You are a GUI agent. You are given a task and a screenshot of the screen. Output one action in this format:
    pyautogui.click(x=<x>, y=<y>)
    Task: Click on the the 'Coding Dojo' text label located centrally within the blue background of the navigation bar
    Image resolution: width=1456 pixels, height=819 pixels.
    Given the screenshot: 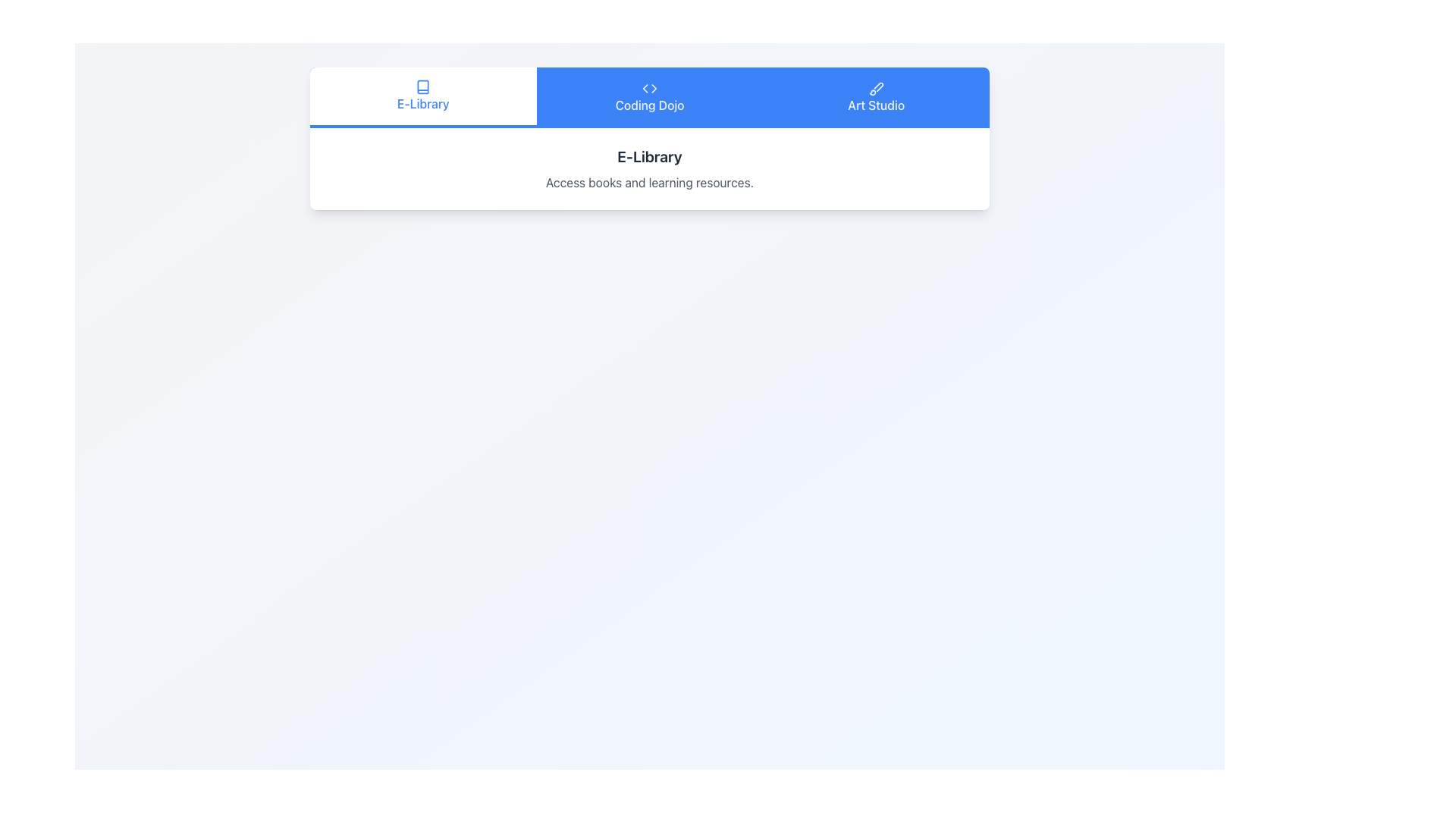 What is the action you would take?
    pyautogui.click(x=650, y=104)
    